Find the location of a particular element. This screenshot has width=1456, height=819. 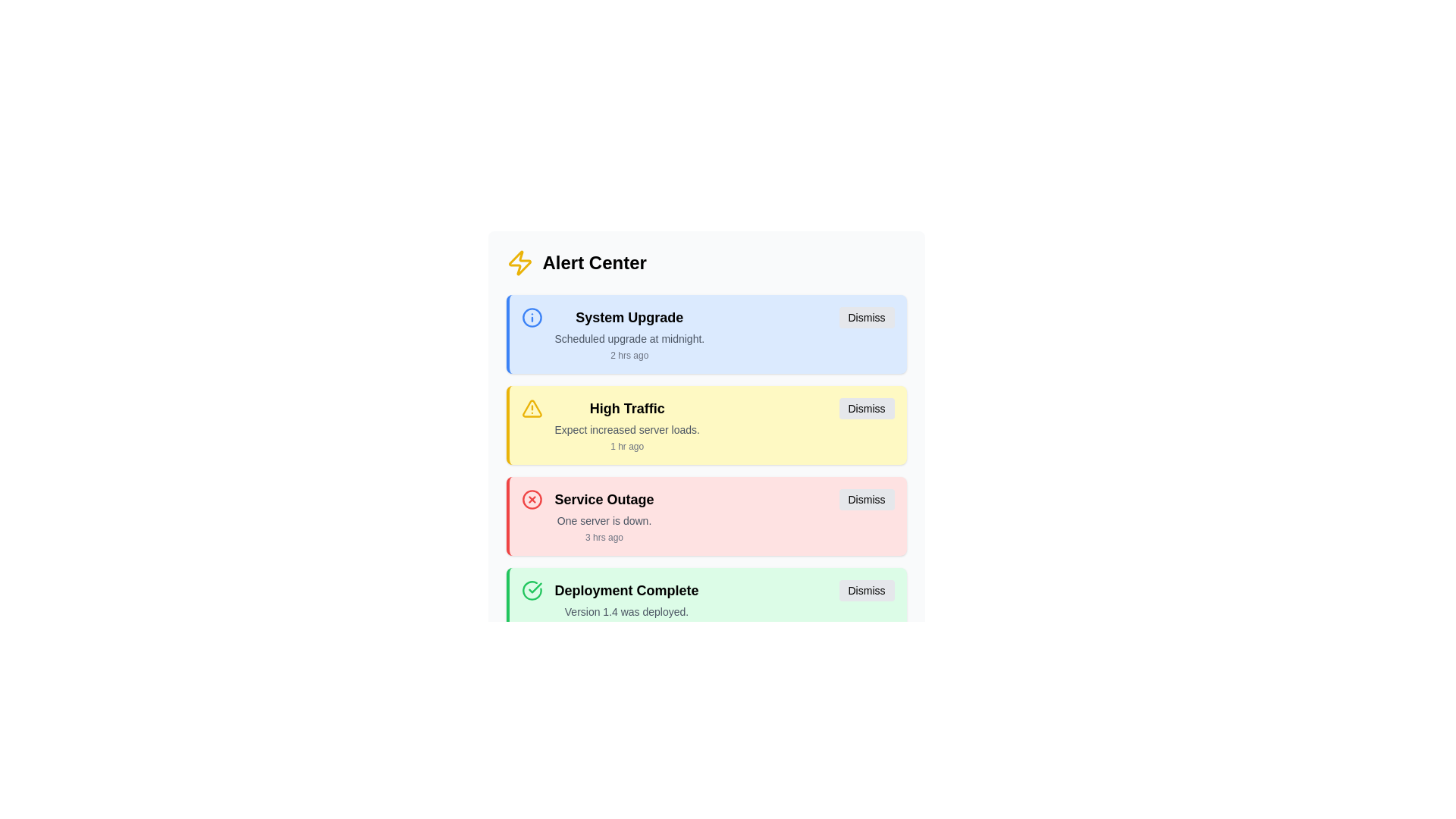

the error alert icon located in the top-left corner of the 'Service Outage' alert box is located at coordinates (532, 500).